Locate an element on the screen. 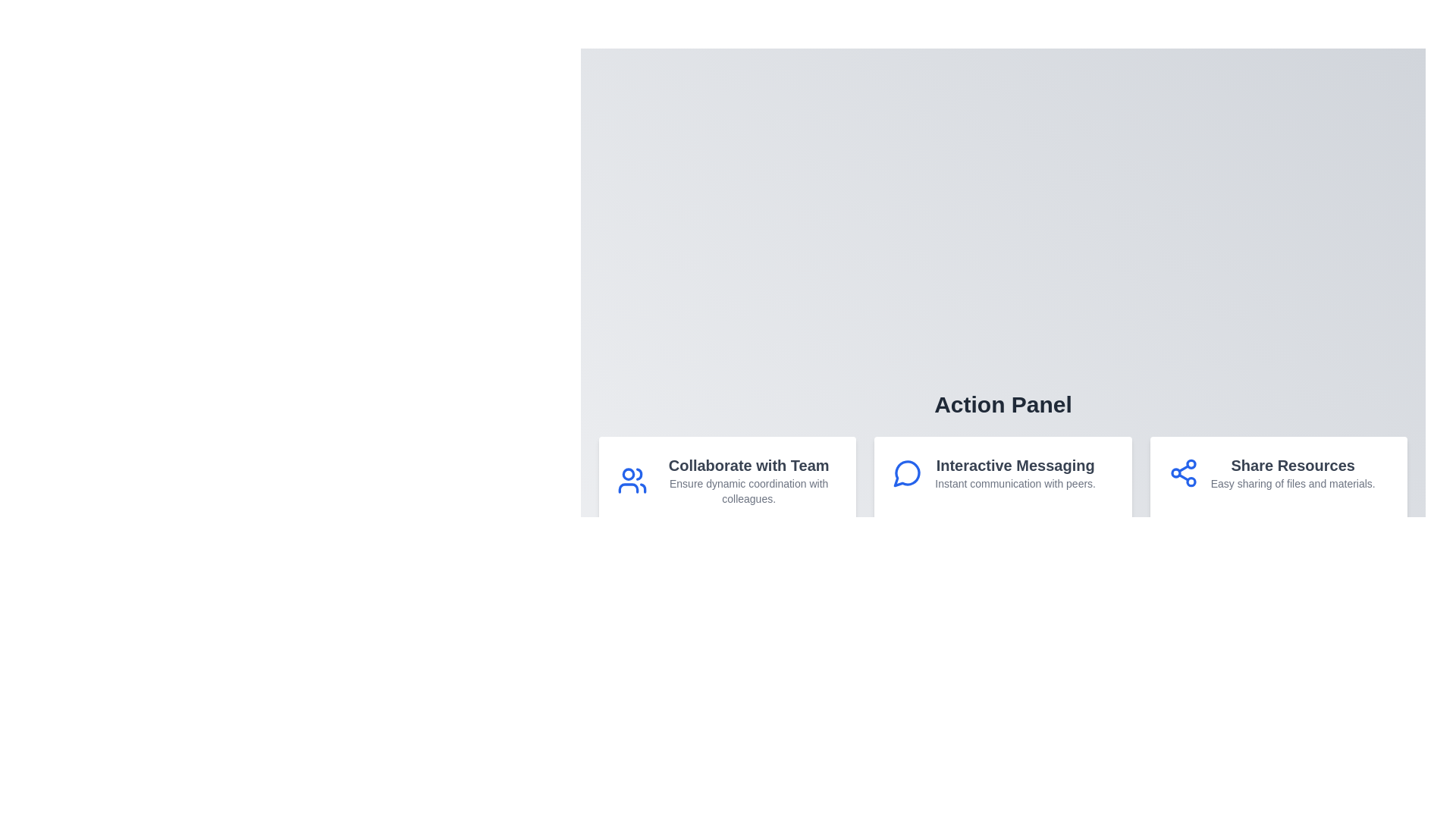 The image size is (1456, 819). the blue group of people icon located in the 'Collaborate with Team' section, positioned above the corresponding text is located at coordinates (632, 480).